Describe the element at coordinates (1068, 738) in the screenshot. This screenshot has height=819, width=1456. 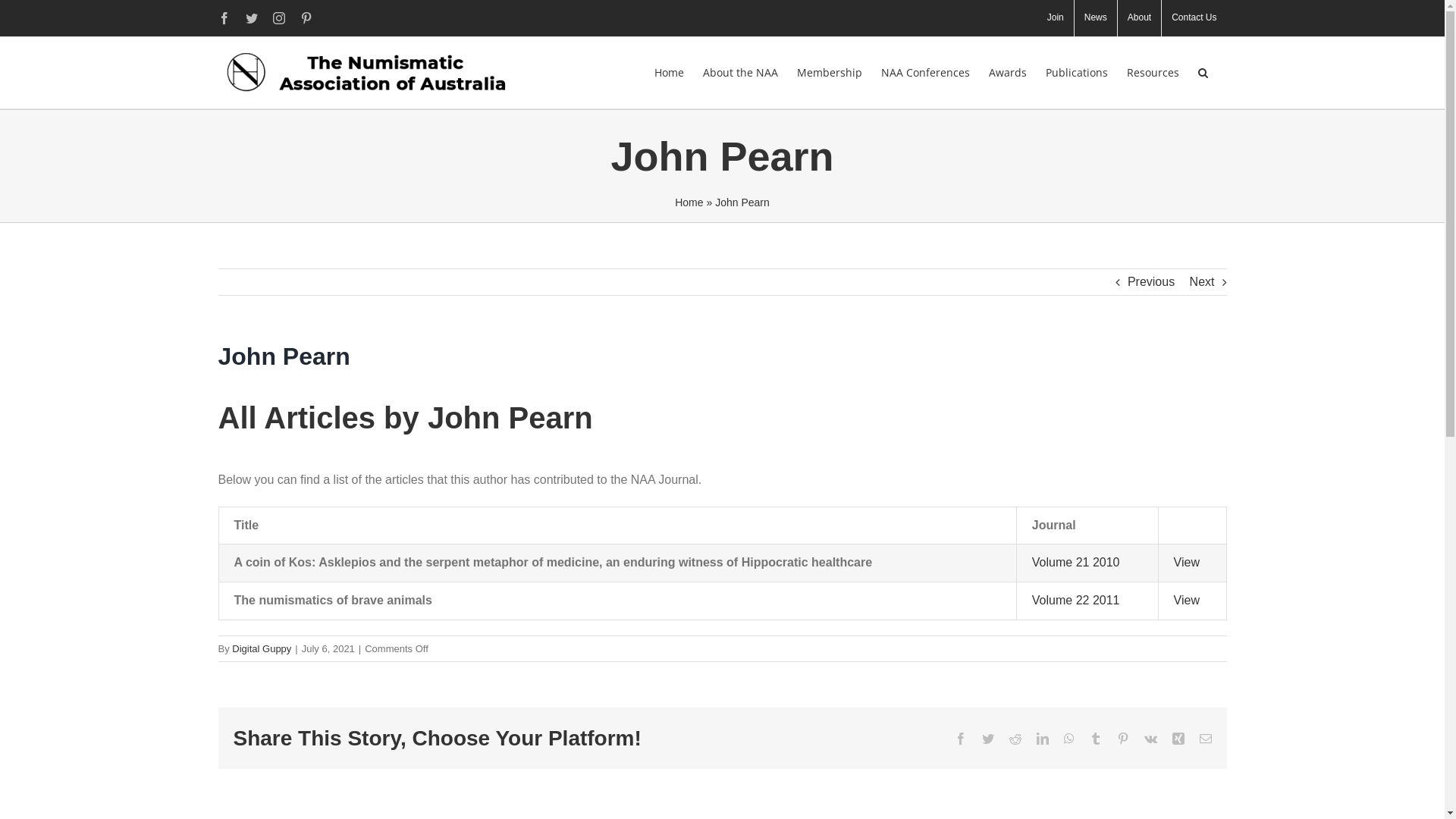
I see `'WhatsApp'` at that location.